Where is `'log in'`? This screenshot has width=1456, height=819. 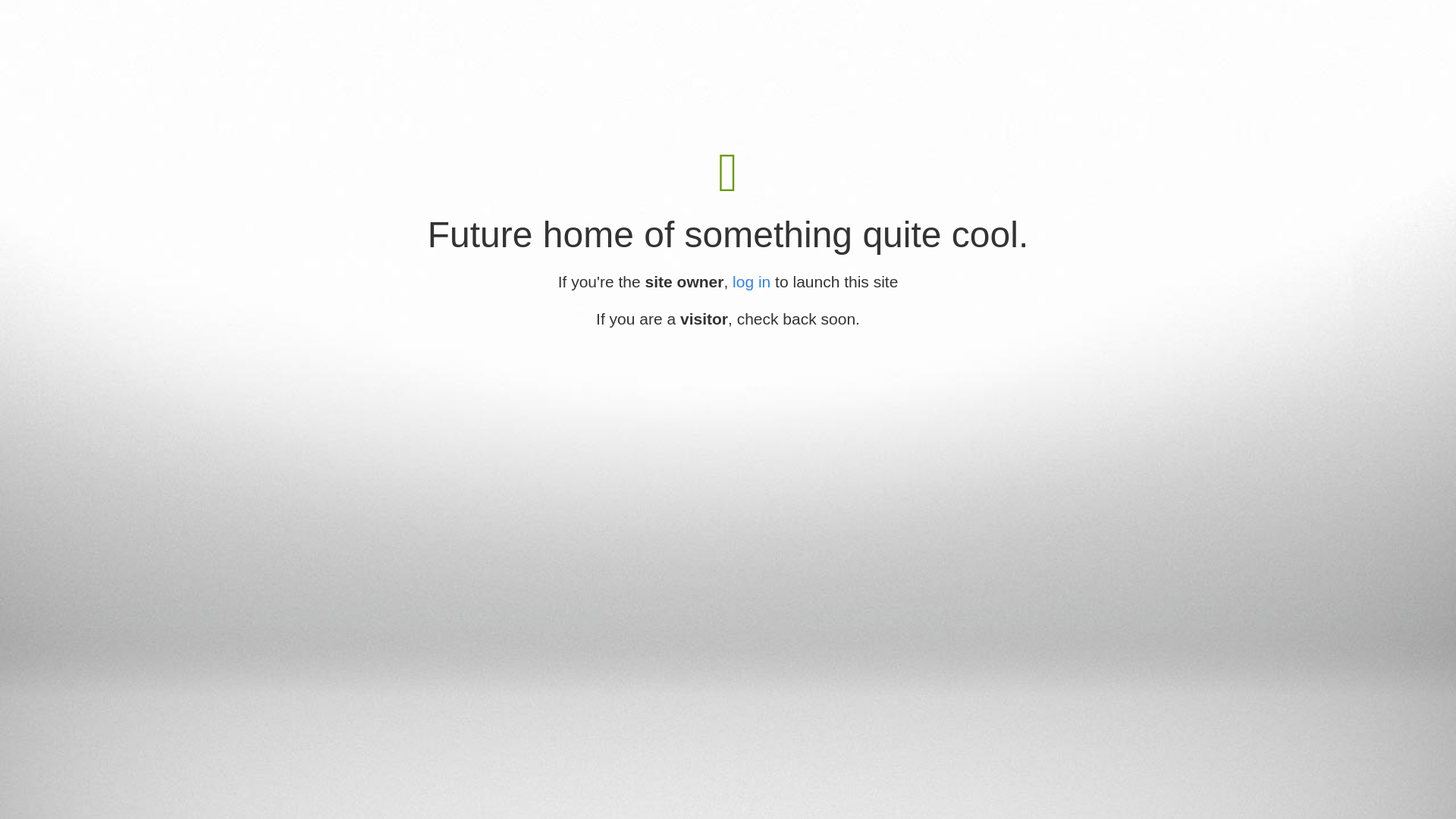
'log in' is located at coordinates (732, 281).